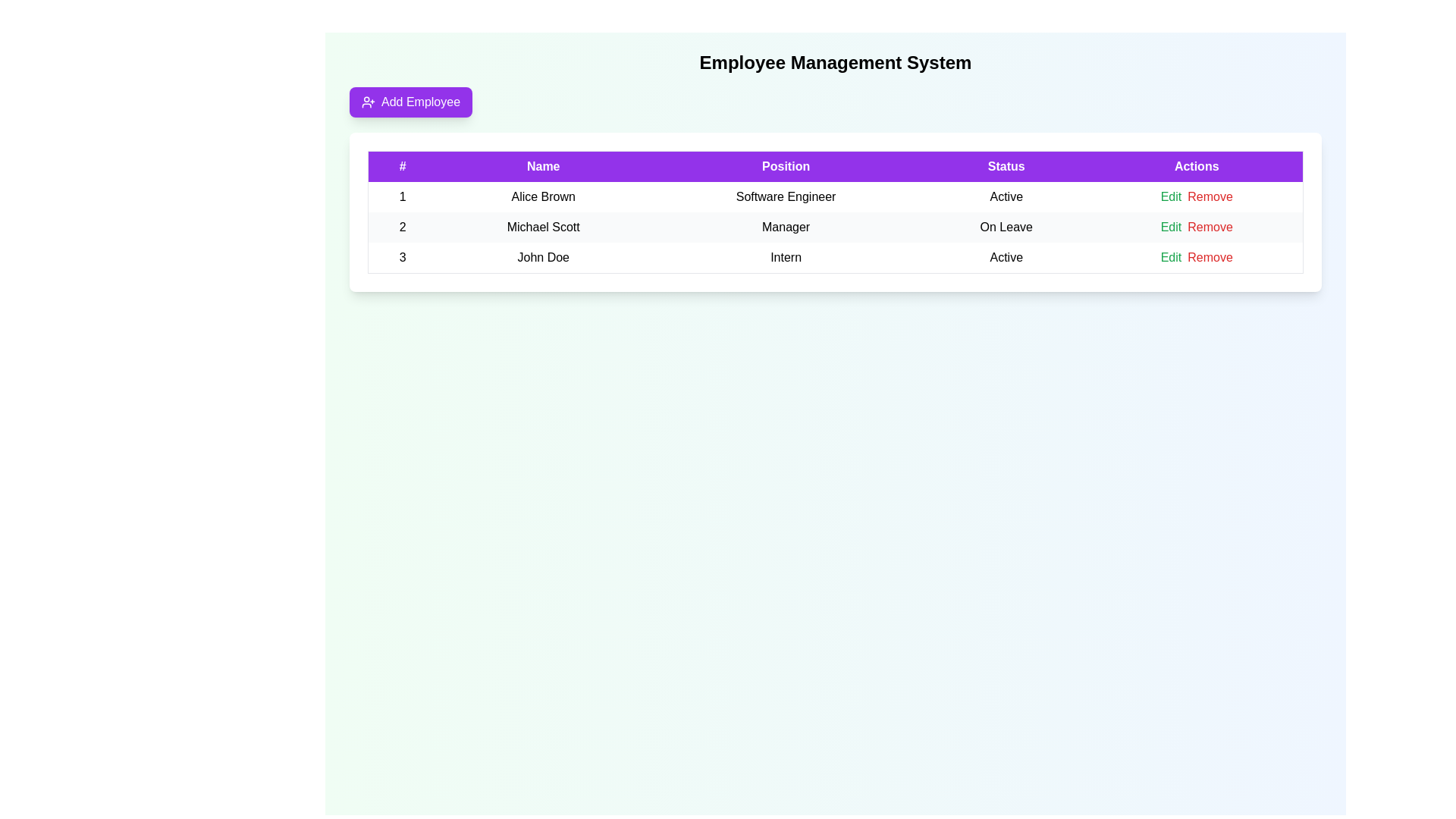 This screenshot has height=819, width=1456. What do you see at coordinates (1210, 196) in the screenshot?
I see `the action link` at bounding box center [1210, 196].